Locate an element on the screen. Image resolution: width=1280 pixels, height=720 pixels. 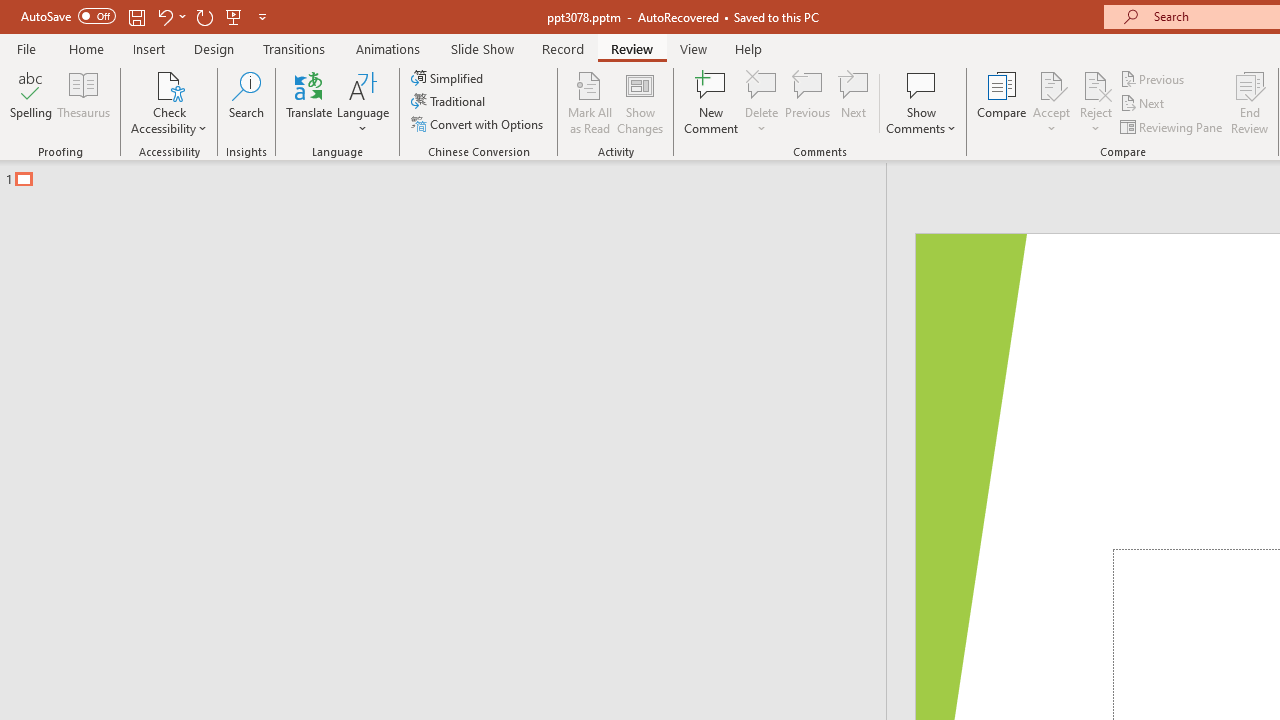
'Translate' is located at coordinates (308, 103).